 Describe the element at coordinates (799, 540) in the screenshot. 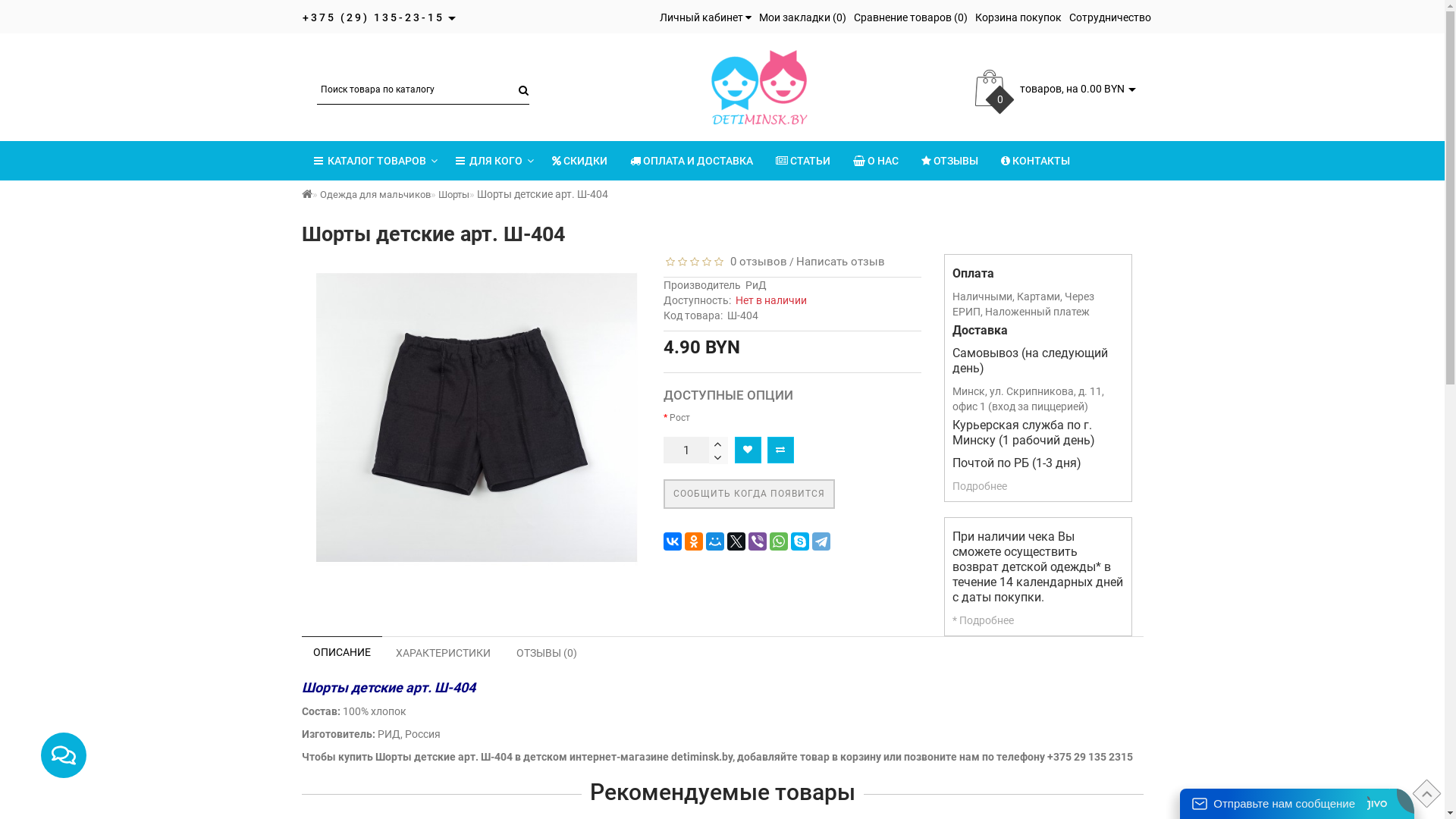

I see `'Skype'` at that location.